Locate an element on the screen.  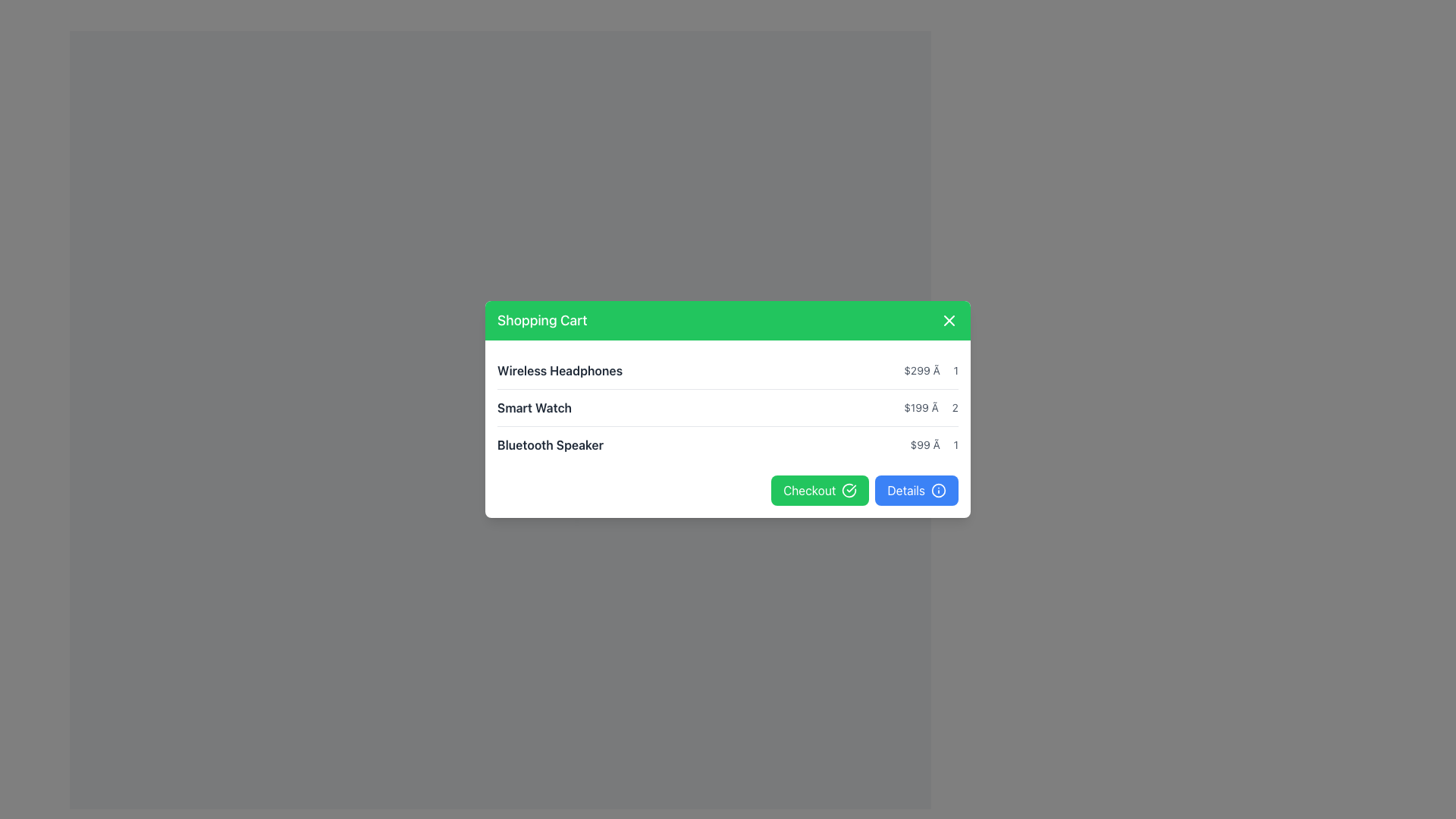
visually on the decorative confirmation icon located on the right side of the green 'Checkout' button is located at coordinates (849, 491).